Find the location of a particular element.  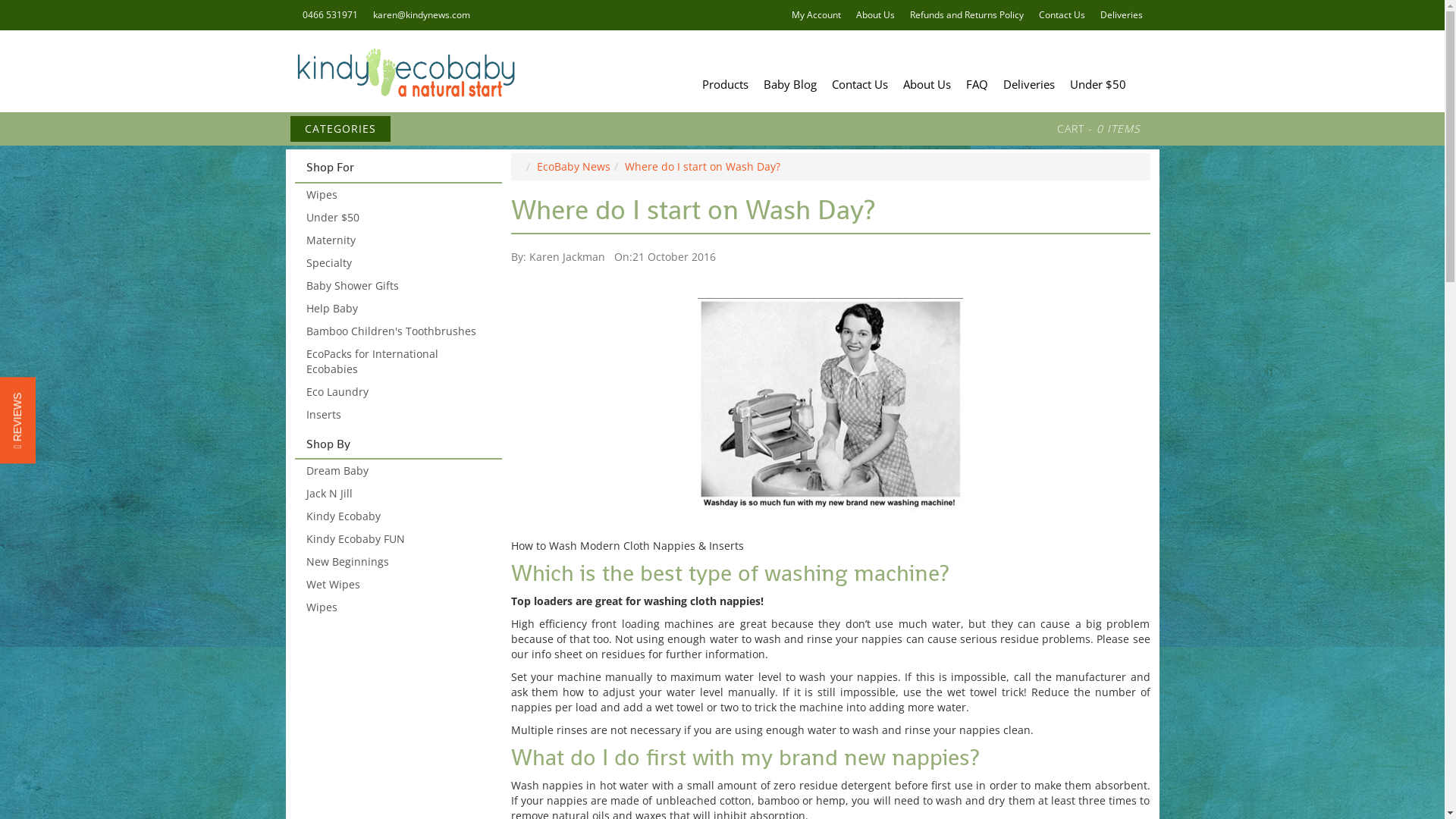

'Where do I start on Wash Day?' is located at coordinates (701, 166).